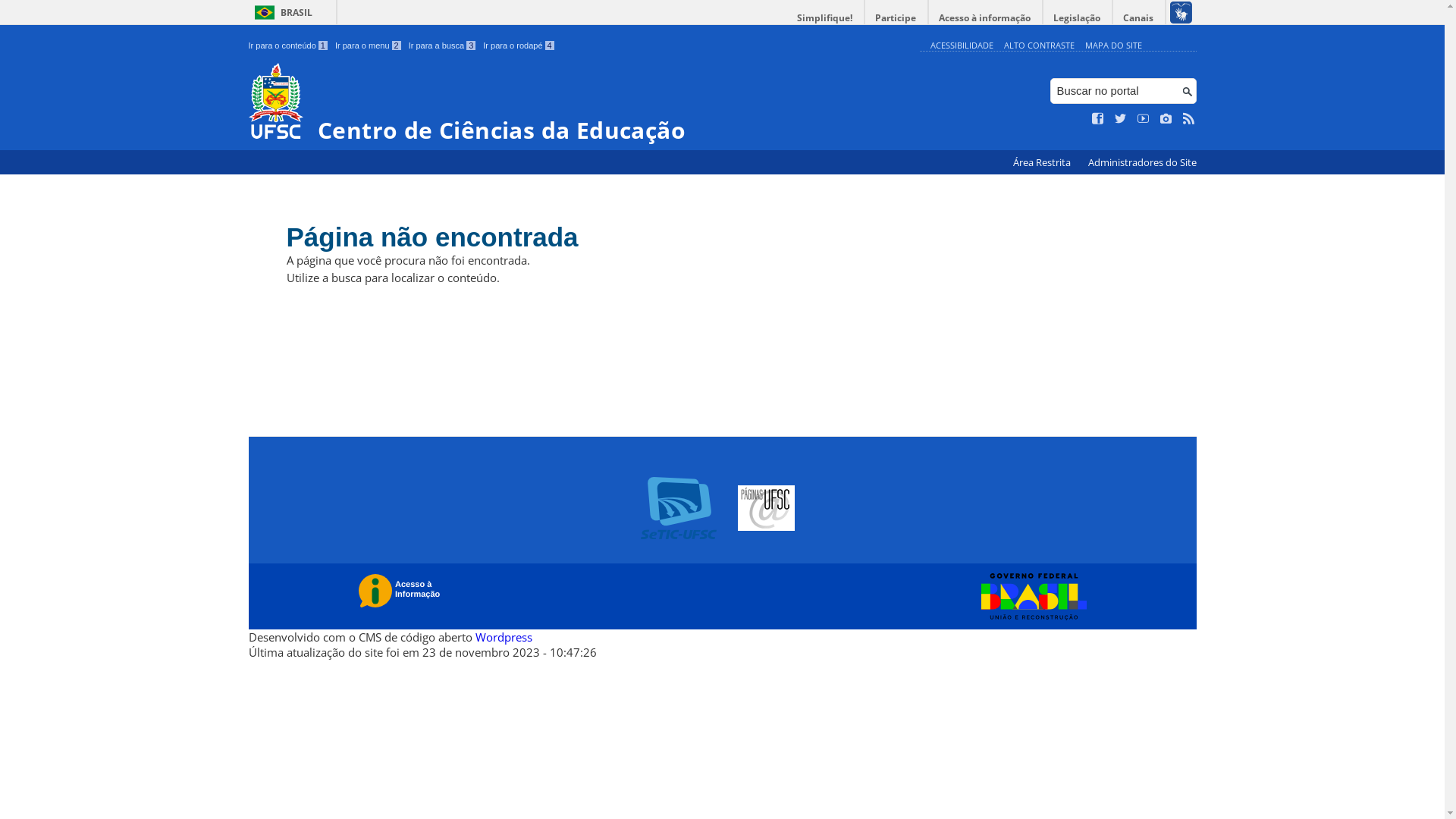  Describe the element at coordinates (895, 17) in the screenshot. I see `'Participe'` at that location.